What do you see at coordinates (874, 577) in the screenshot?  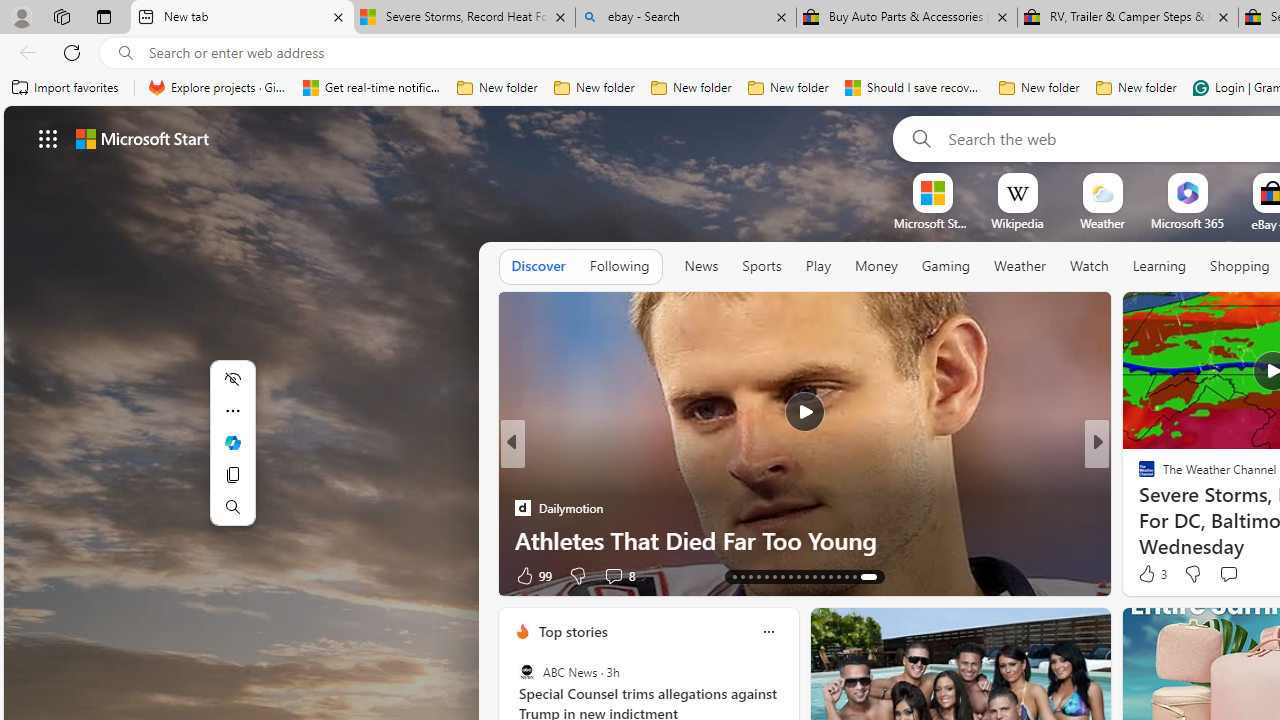 I see `'AutomationID: tab-29'` at bounding box center [874, 577].